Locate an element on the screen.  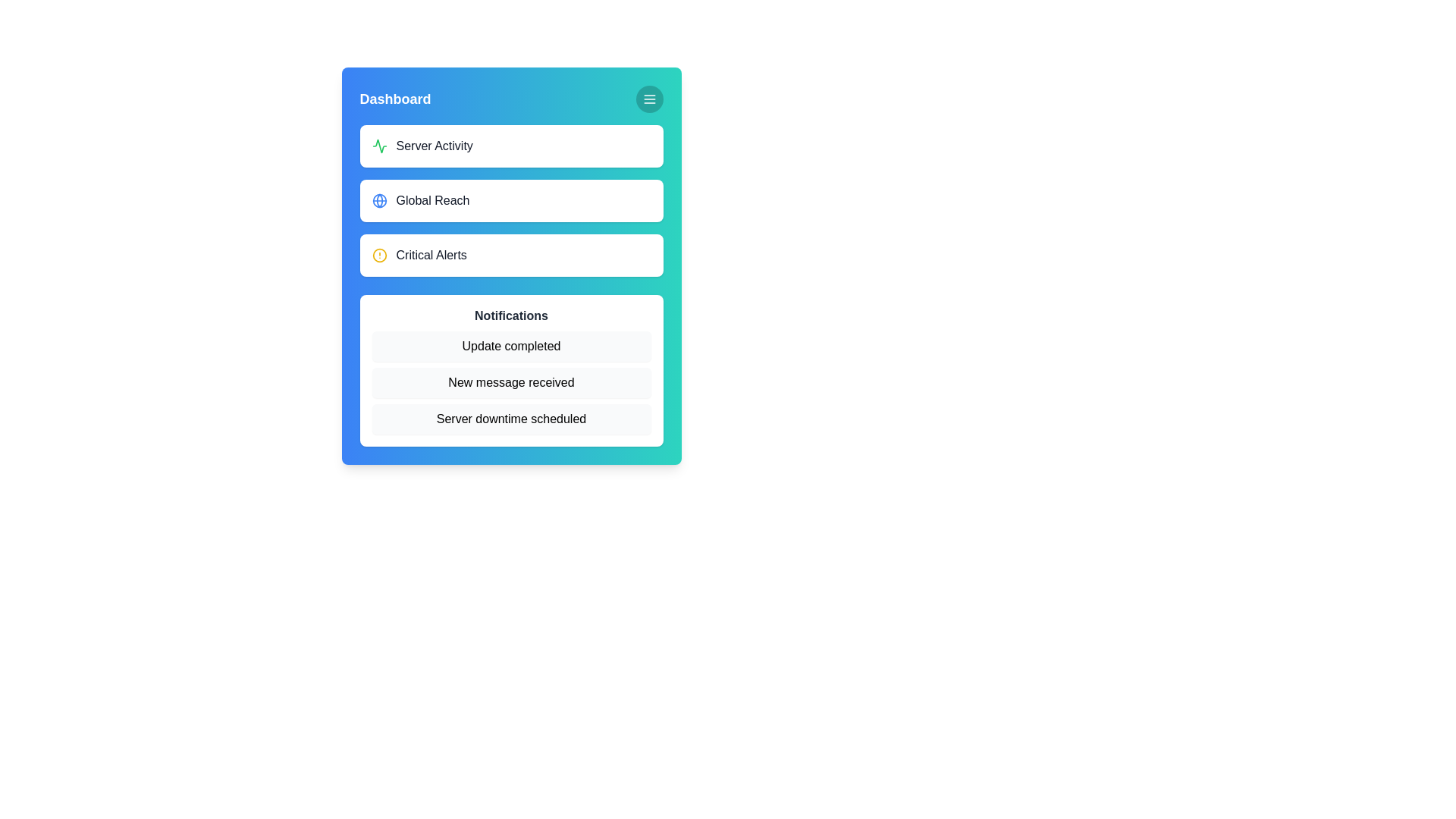
the SVG Circle with a yellow border, which is positioned next to the 'Critical Alerts' text in the menu-style list interface is located at coordinates (379, 254).